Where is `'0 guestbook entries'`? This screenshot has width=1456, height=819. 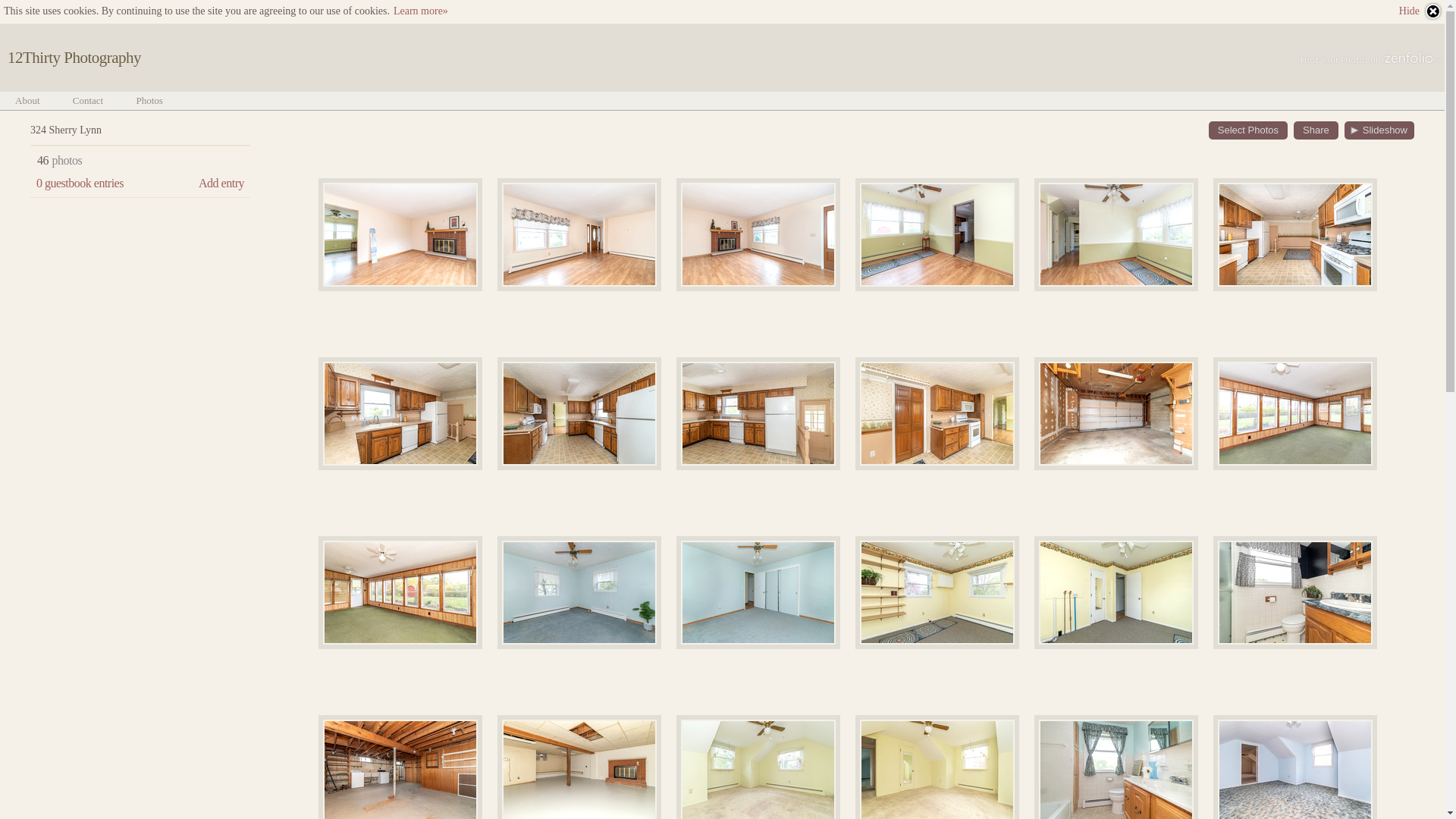 '0 guestbook entries' is located at coordinates (79, 183).